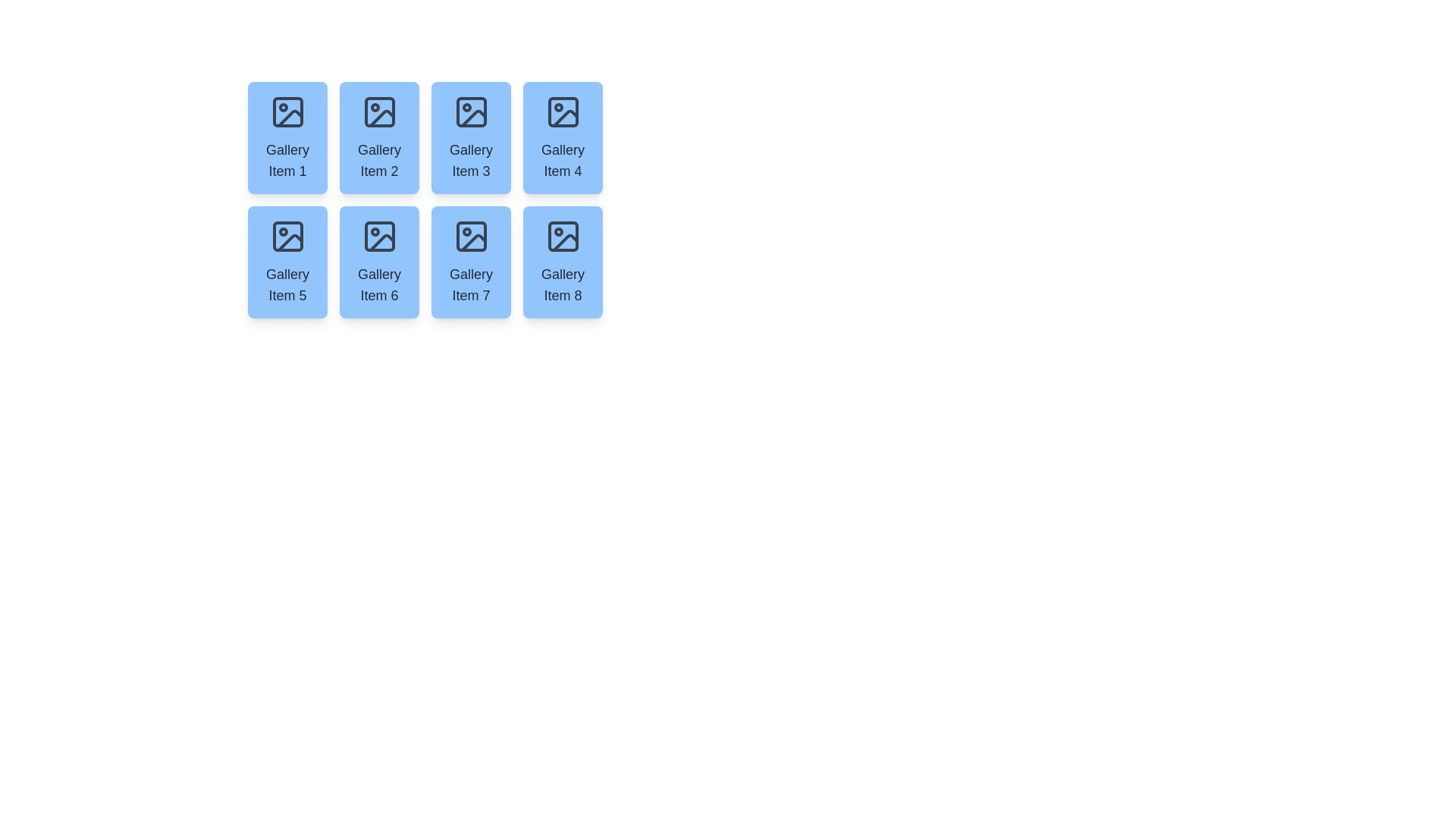 This screenshot has width=1456, height=819. I want to click on the icon styled with a square outline containing a circular shape and a diagonal line, located within the blue card labeled 'Gallery Item 8', so click(562, 237).